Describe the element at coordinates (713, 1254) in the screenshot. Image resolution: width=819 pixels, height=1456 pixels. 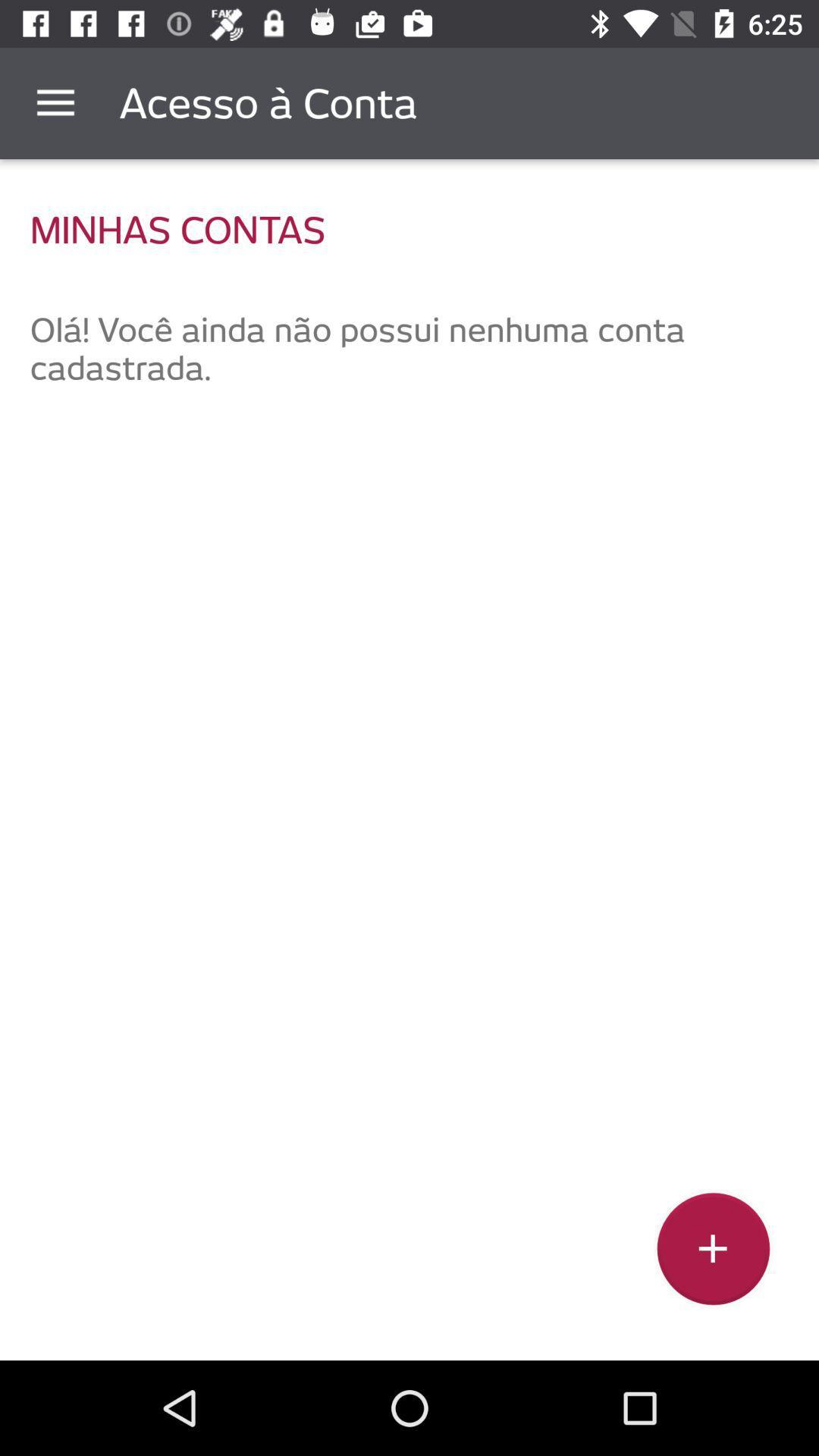
I see `icon at the bottom right corner` at that location.